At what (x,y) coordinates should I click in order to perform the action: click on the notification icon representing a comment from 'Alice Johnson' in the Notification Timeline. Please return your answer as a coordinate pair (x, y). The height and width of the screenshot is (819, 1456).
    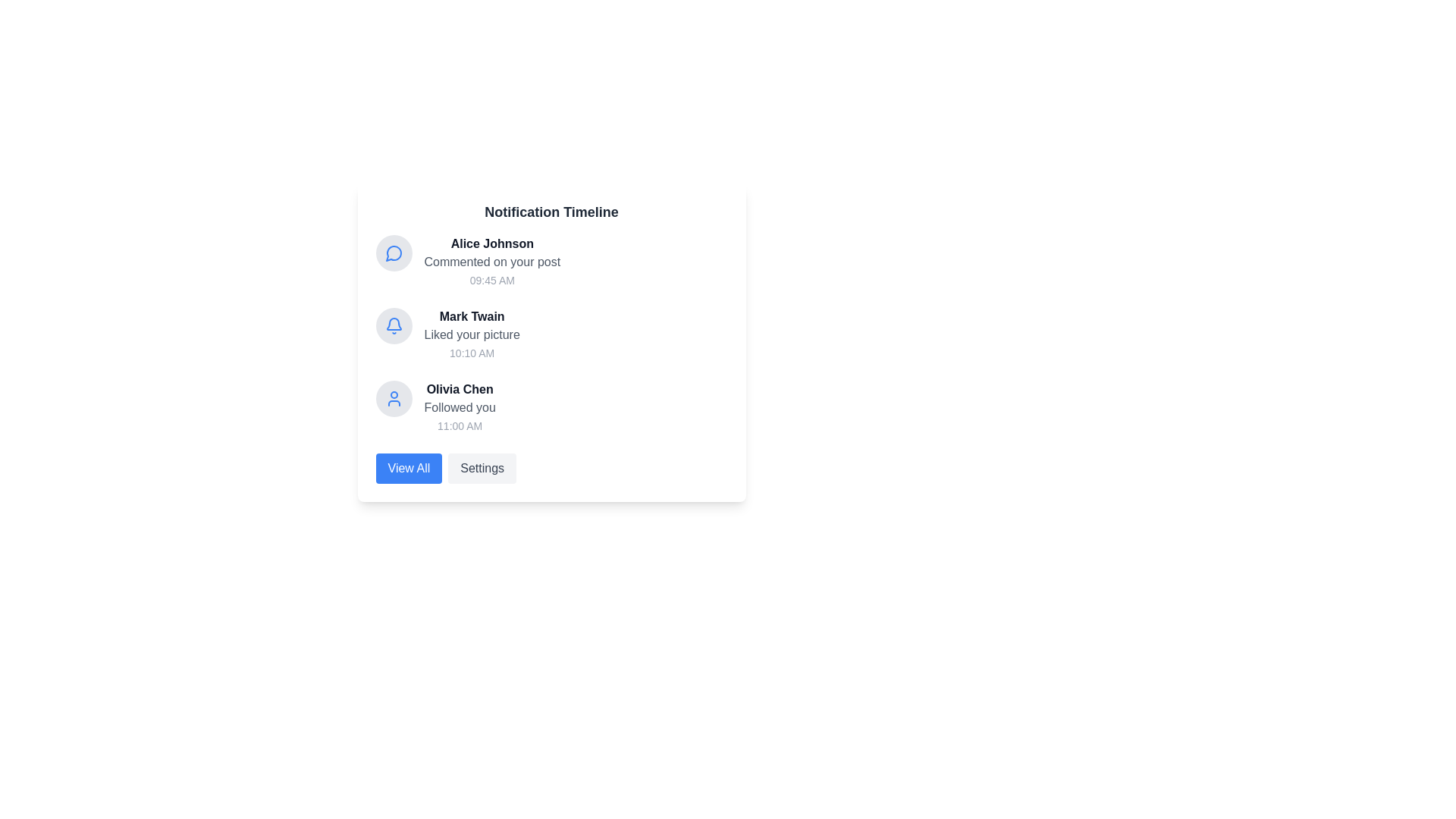
    Looking at the image, I should click on (394, 253).